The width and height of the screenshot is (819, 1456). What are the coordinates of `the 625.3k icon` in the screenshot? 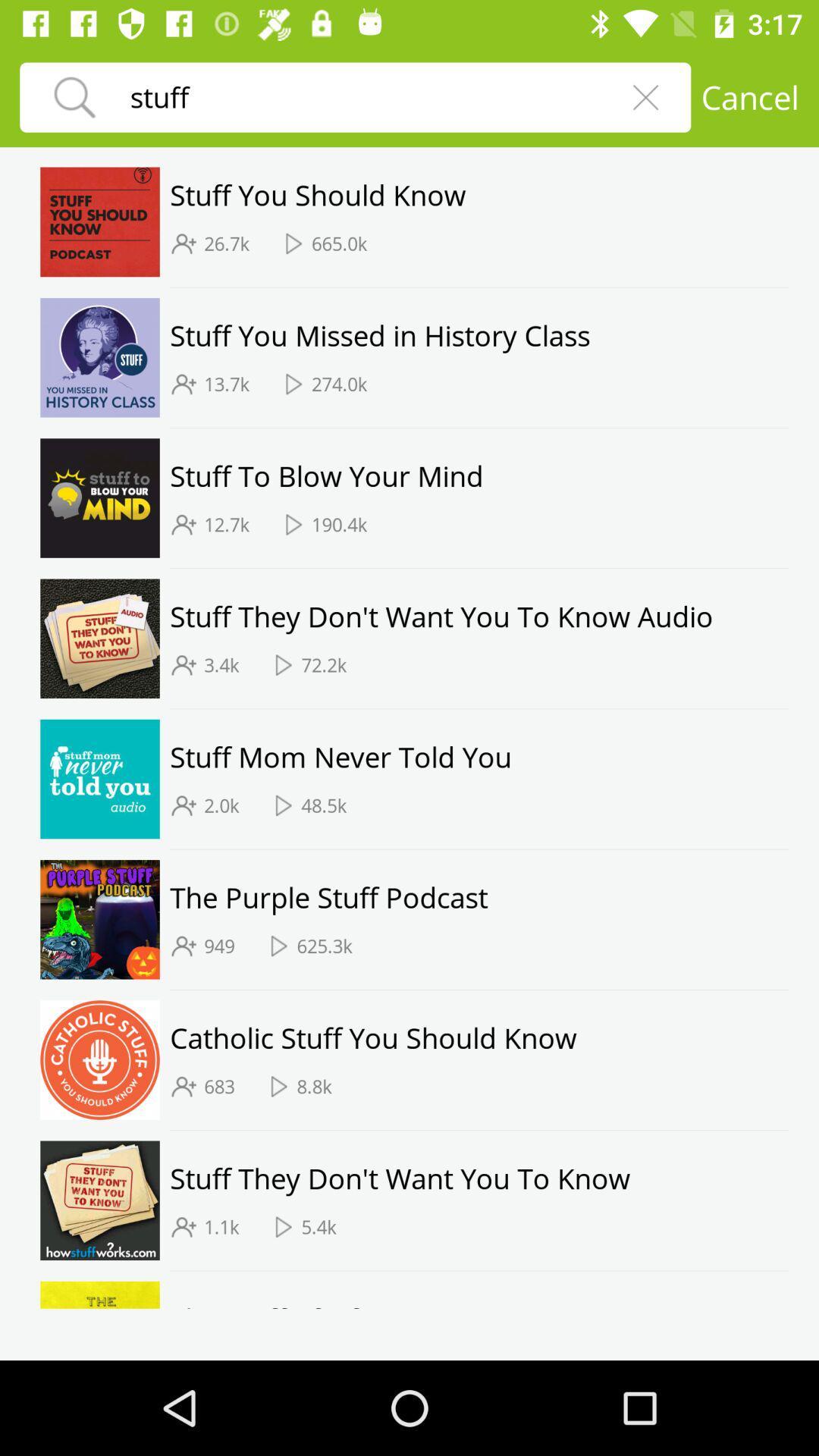 It's located at (324, 945).